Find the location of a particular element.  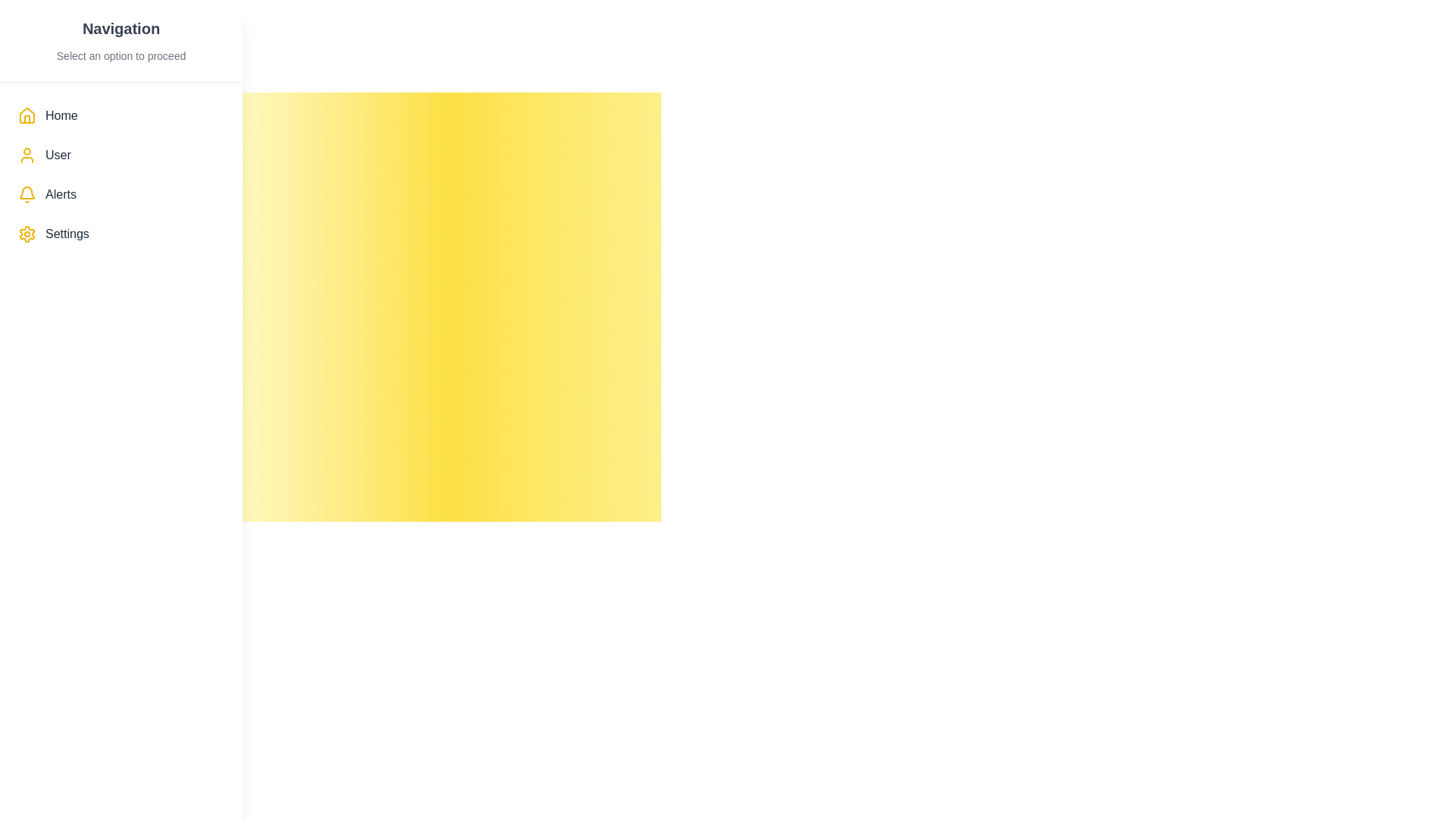

the circular button with a white background located at the top-left corner of the interface is located at coordinates (30, 30).